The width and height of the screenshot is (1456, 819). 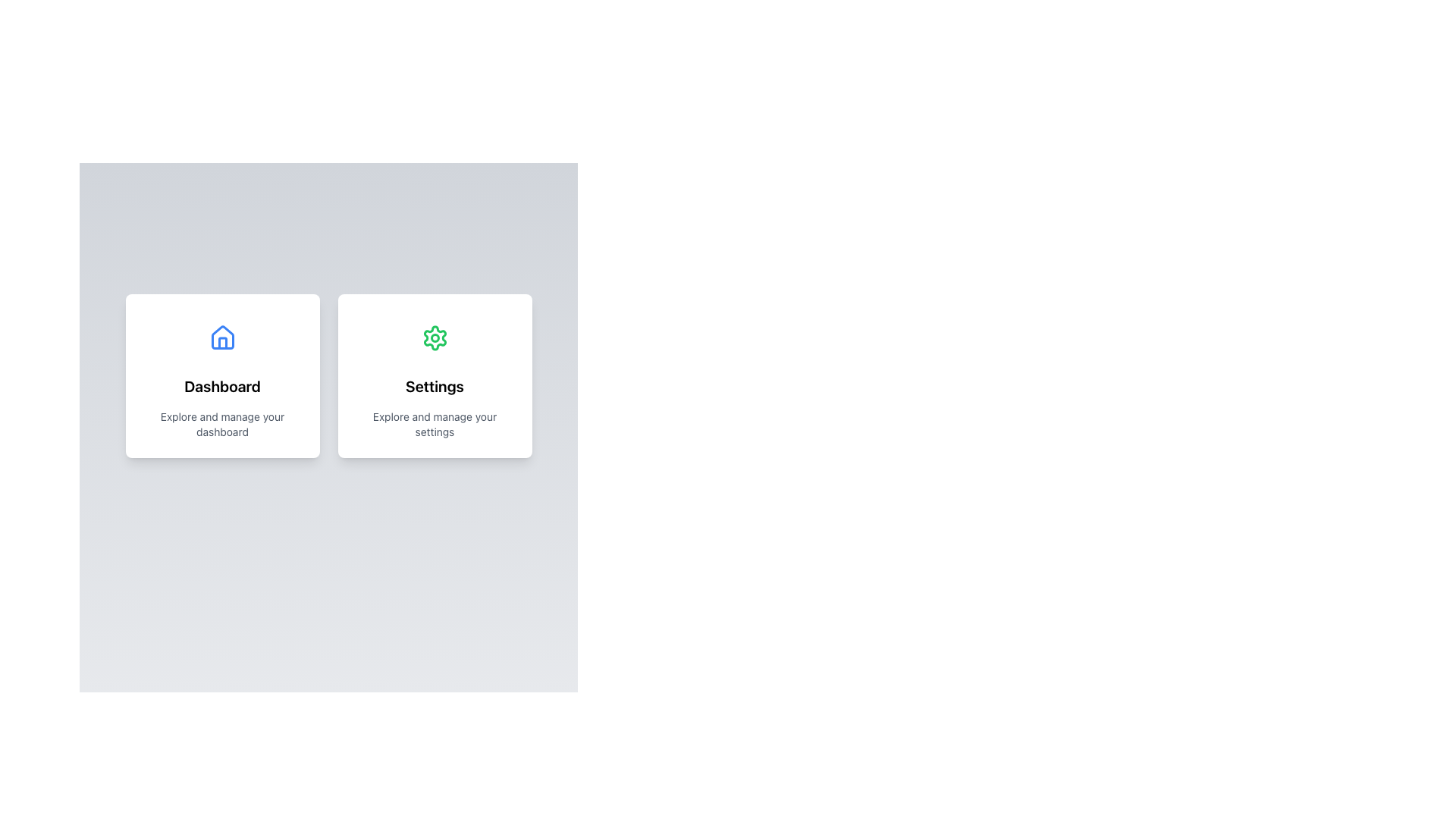 I want to click on the door icon within the house emblem displayed on the 'Dashboard' card, which is styled with a blue stroke and red details, so click(x=221, y=343).